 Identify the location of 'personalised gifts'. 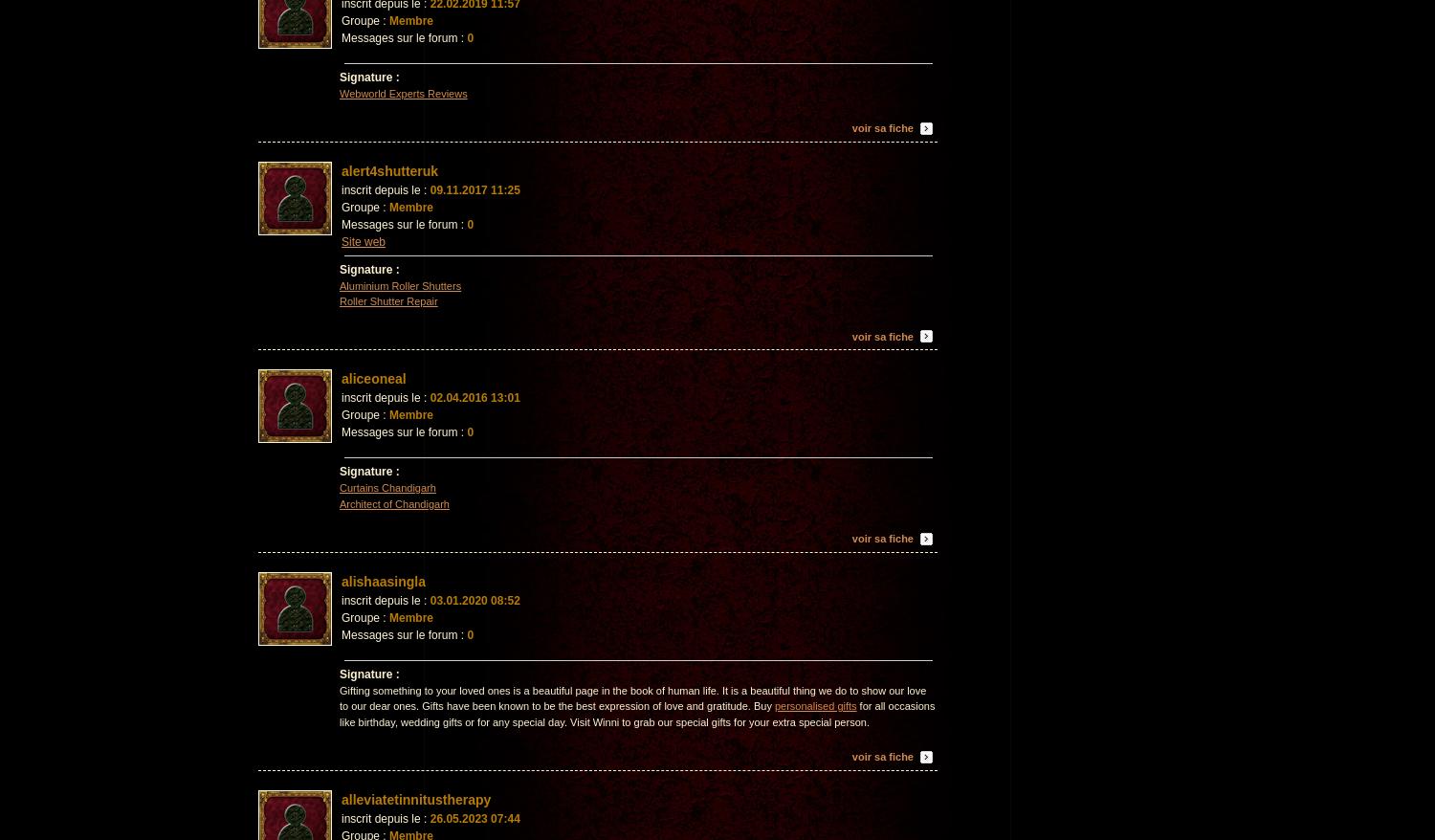
(813, 704).